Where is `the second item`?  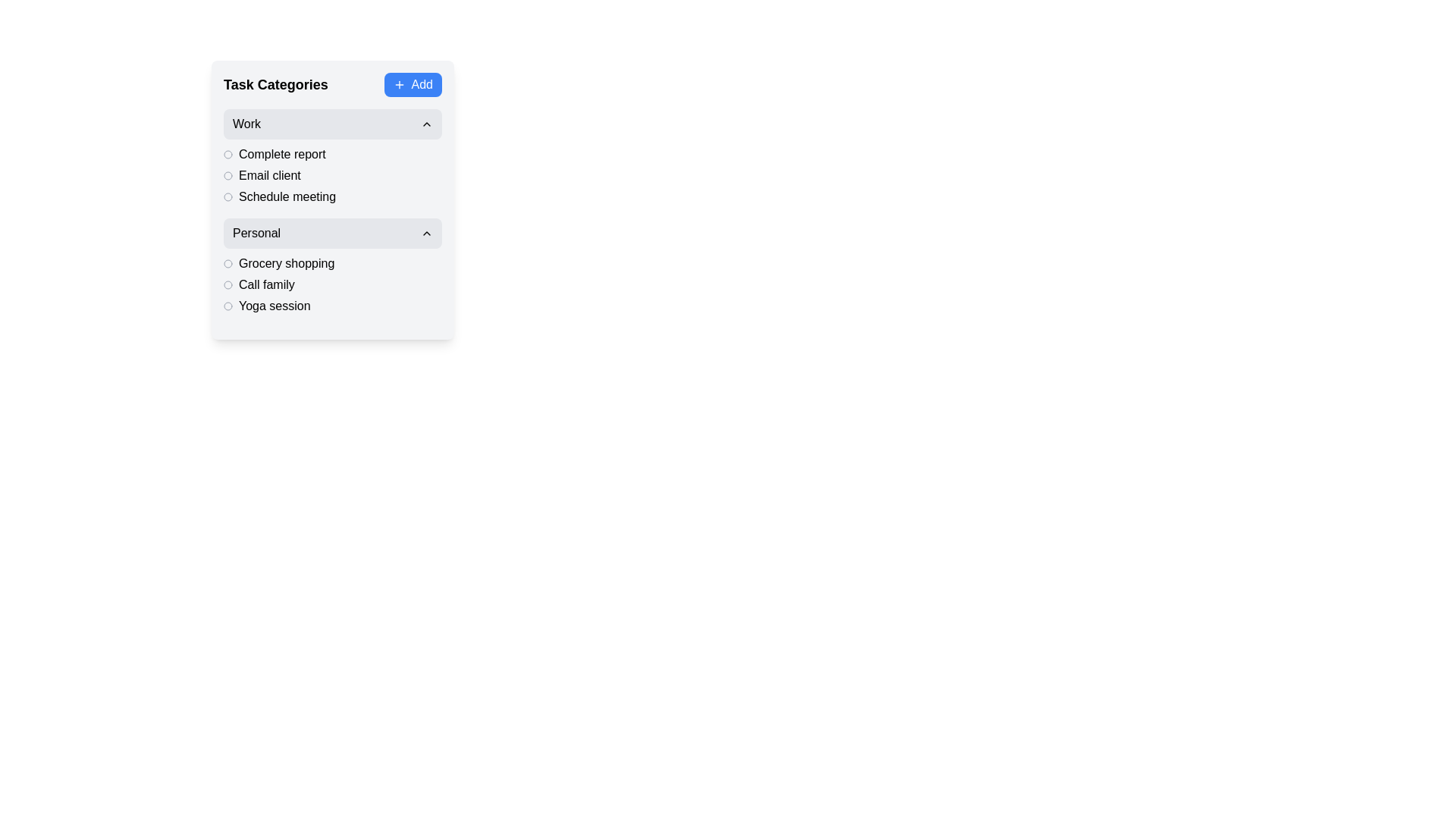 the second item is located at coordinates (331, 284).